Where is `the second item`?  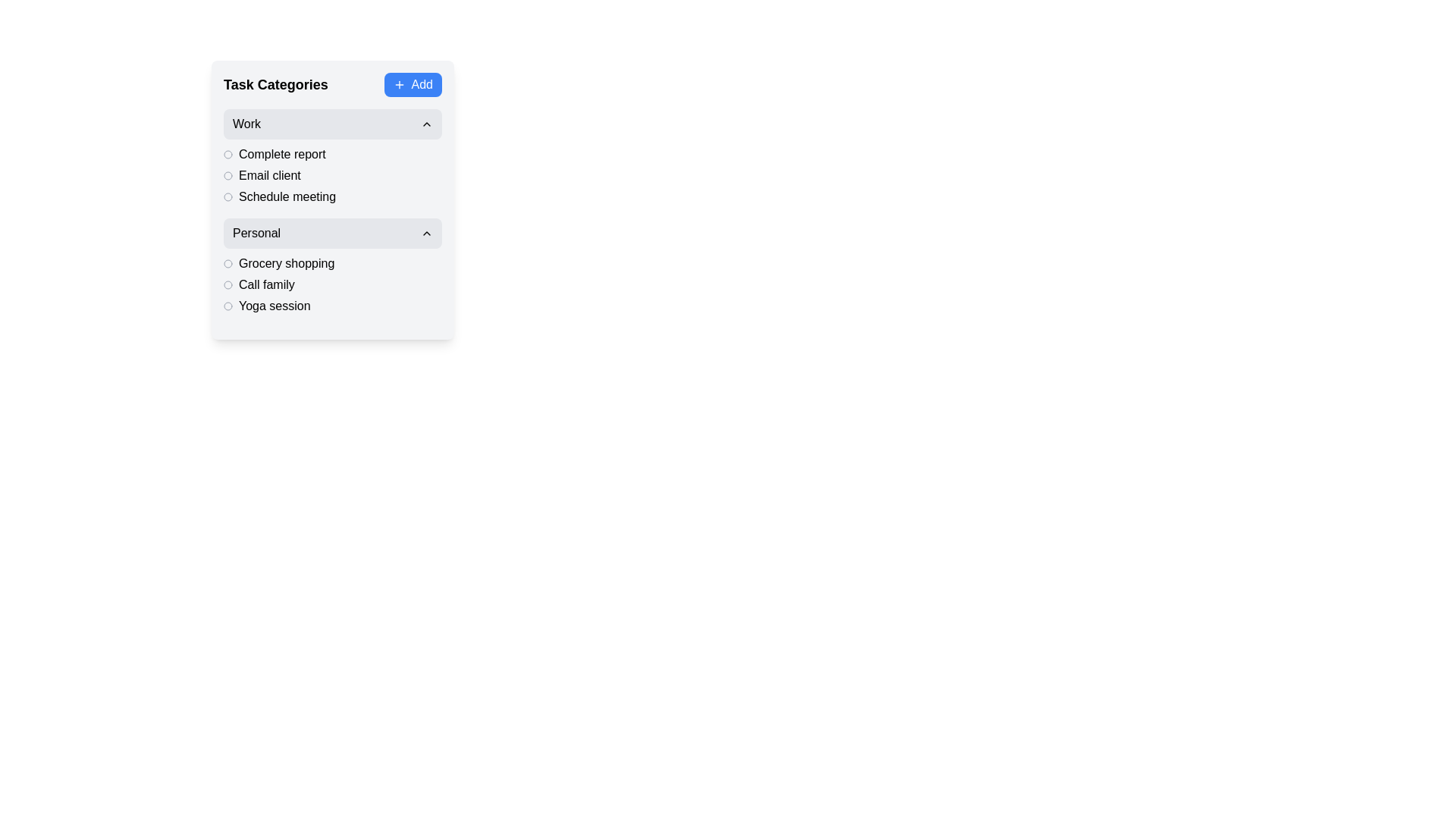 the second item is located at coordinates (331, 284).